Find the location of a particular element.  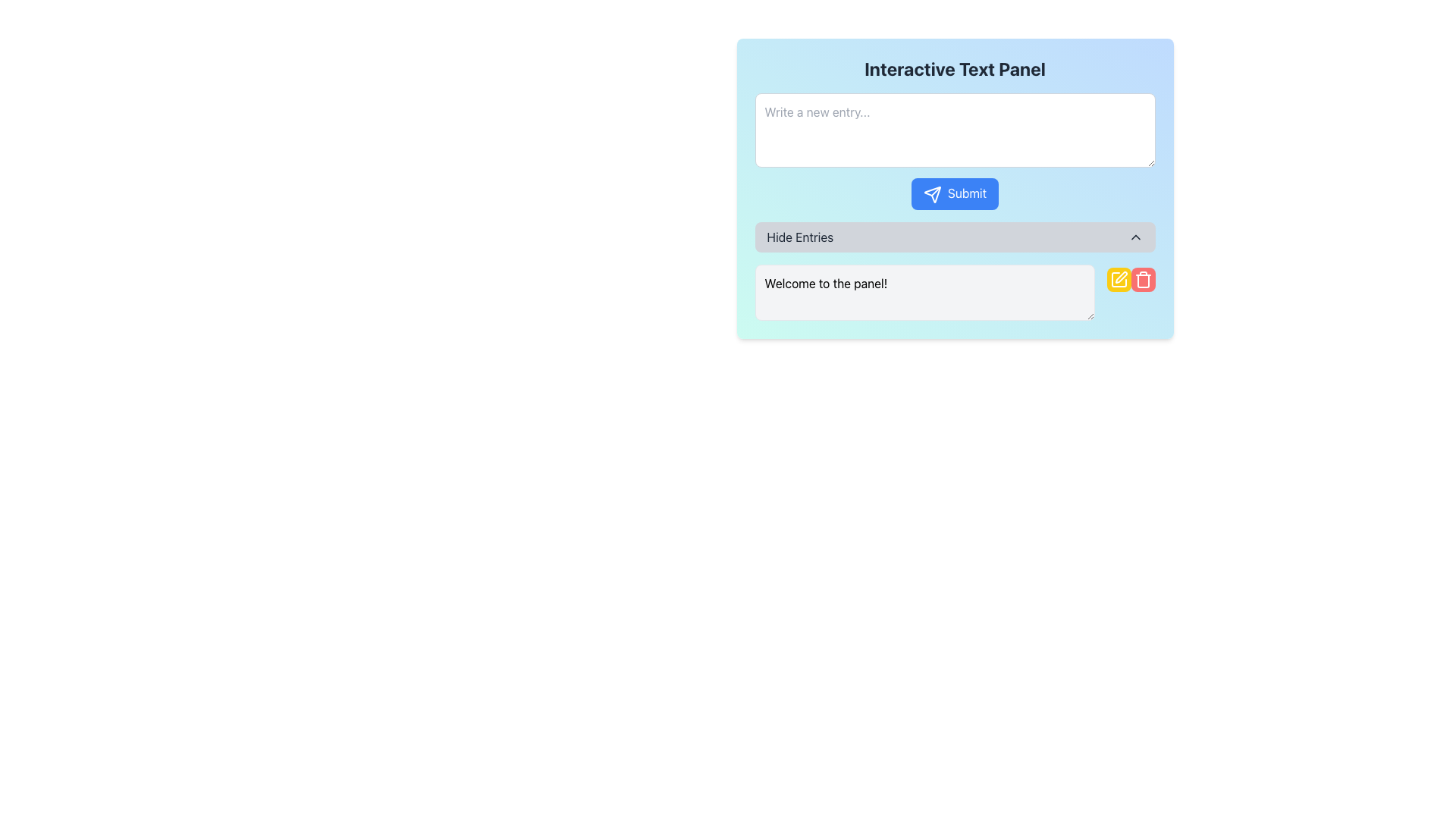

the red button with rounded corners and a trash can icon located at the bottom-right corner of the section containing text entries is located at coordinates (1143, 279).